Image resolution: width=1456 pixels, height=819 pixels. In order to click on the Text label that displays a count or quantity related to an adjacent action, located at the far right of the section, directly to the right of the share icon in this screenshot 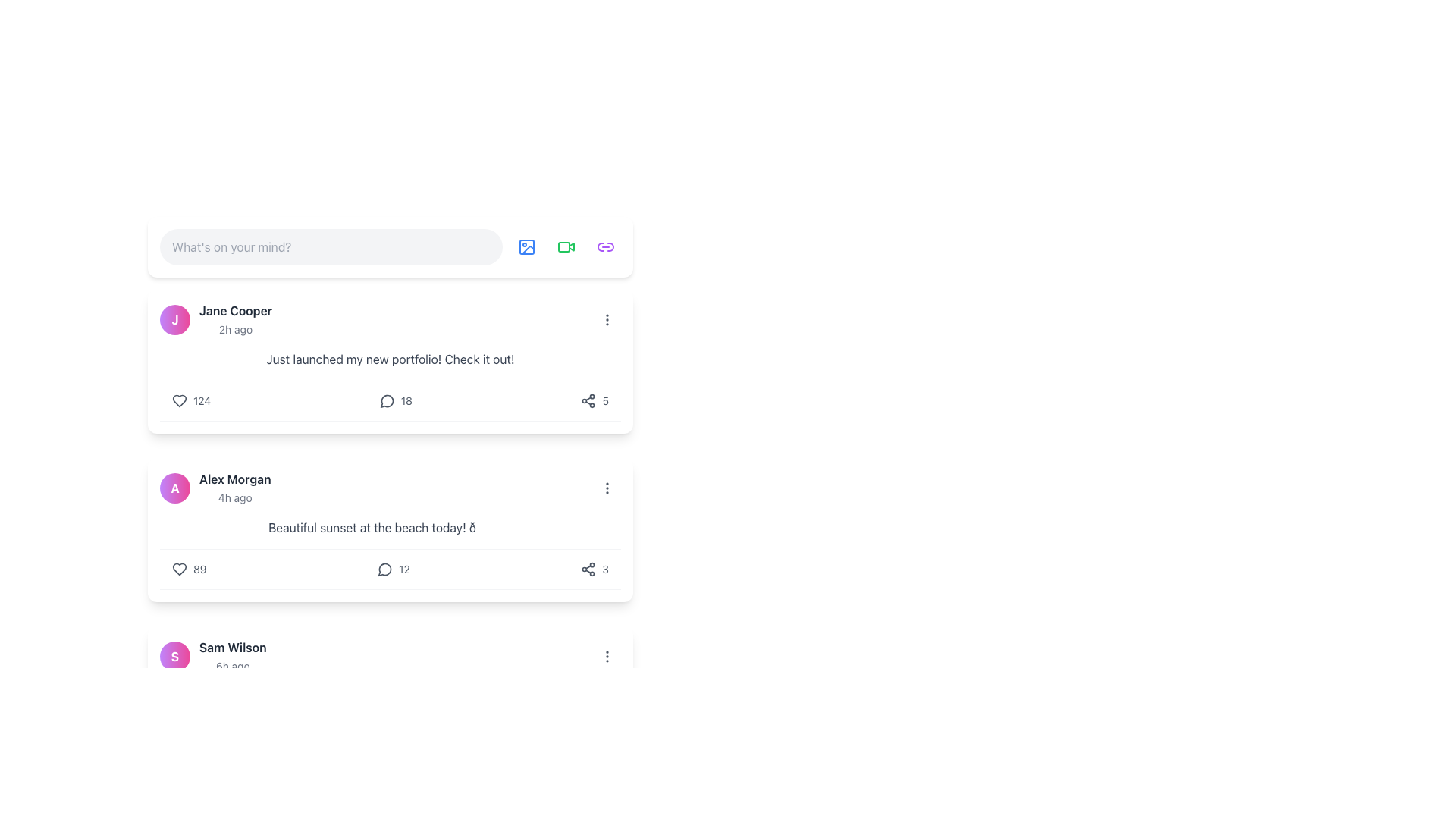, I will do `click(604, 570)`.